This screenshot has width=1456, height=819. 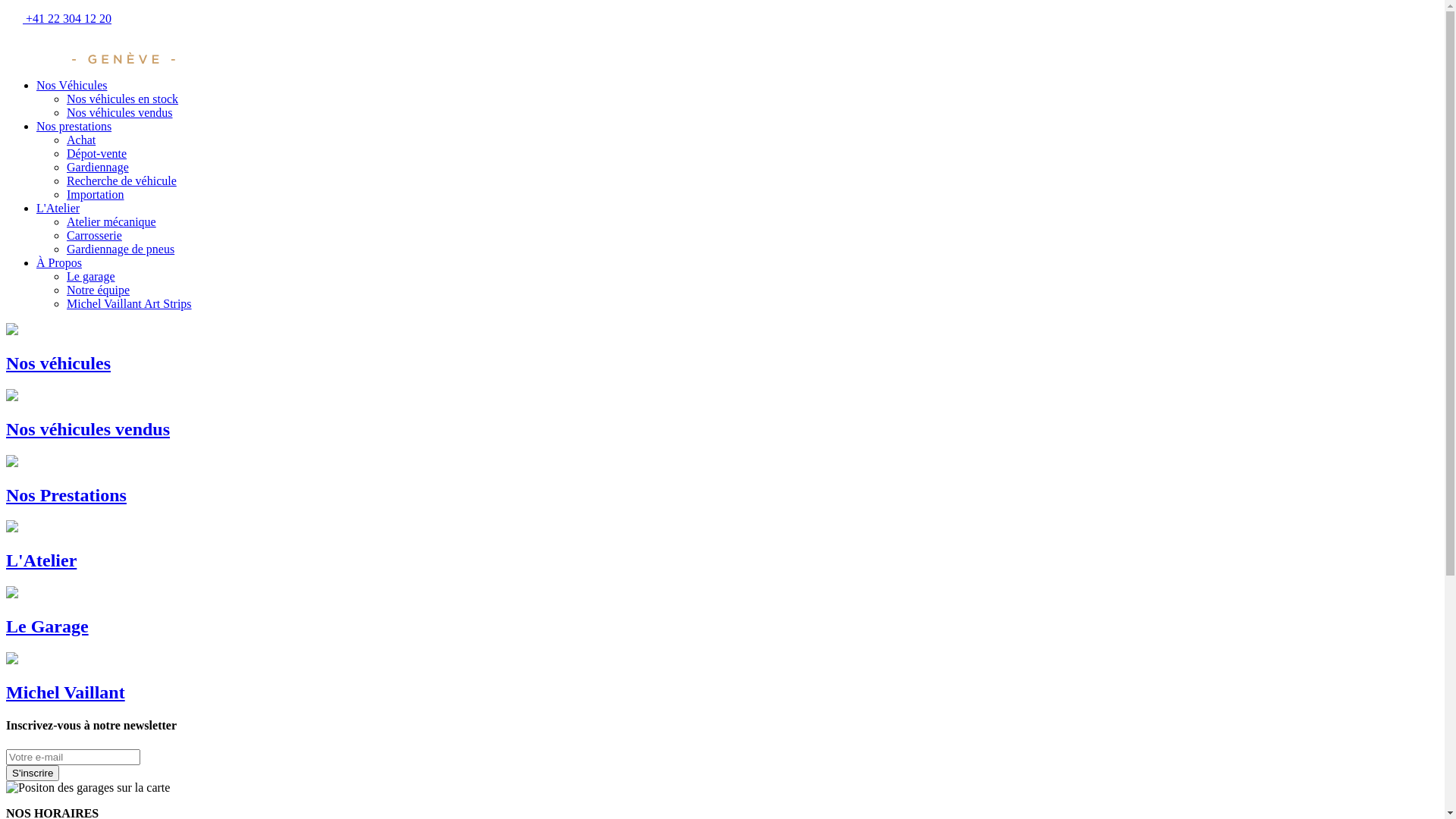 What do you see at coordinates (129, 303) in the screenshot?
I see `'Michel Vaillant Art Strips'` at bounding box center [129, 303].